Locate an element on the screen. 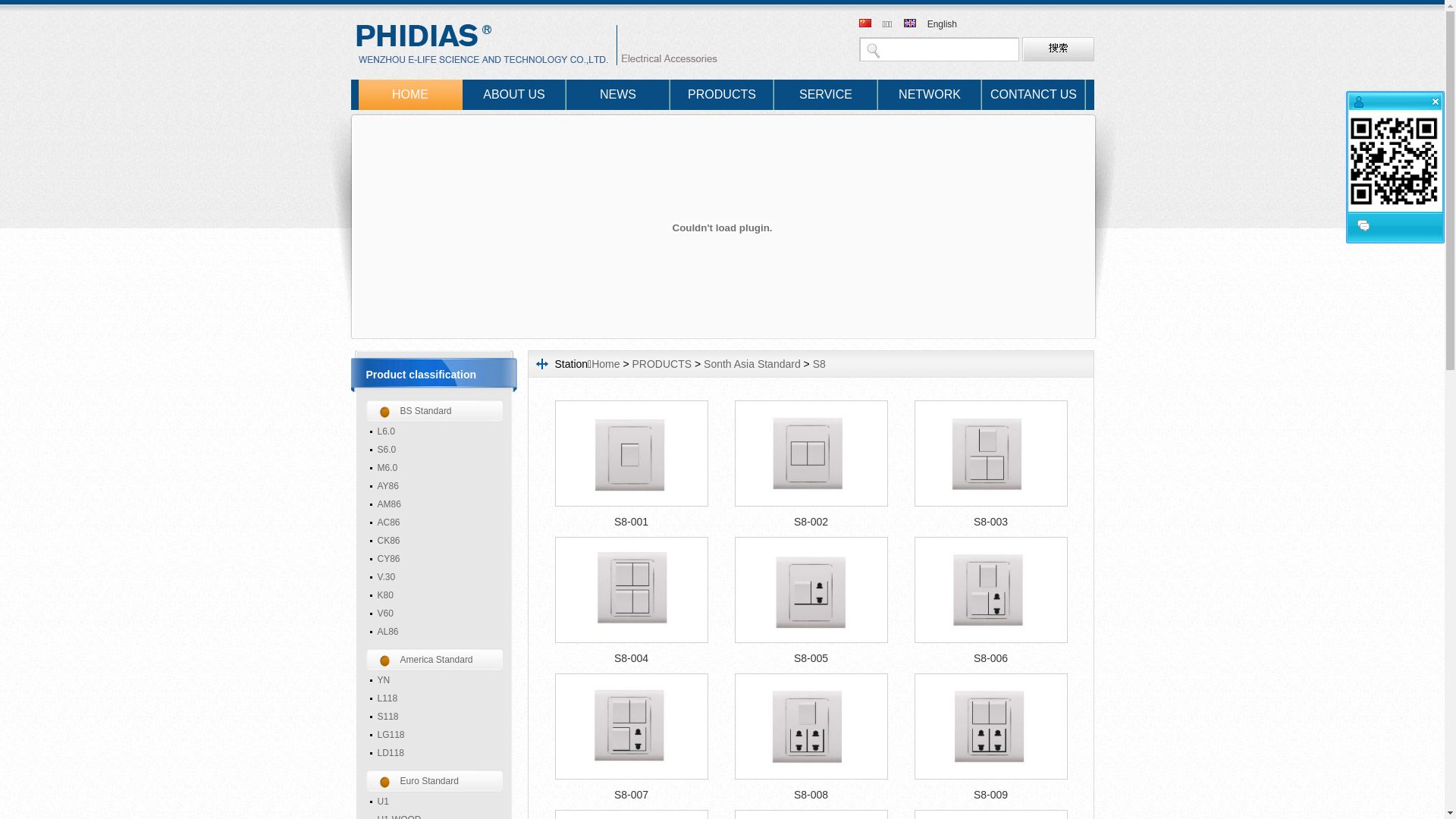 Image resolution: width=1456 pixels, height=819 pixels. 'L6.0' is located at coordinates (349, 431).